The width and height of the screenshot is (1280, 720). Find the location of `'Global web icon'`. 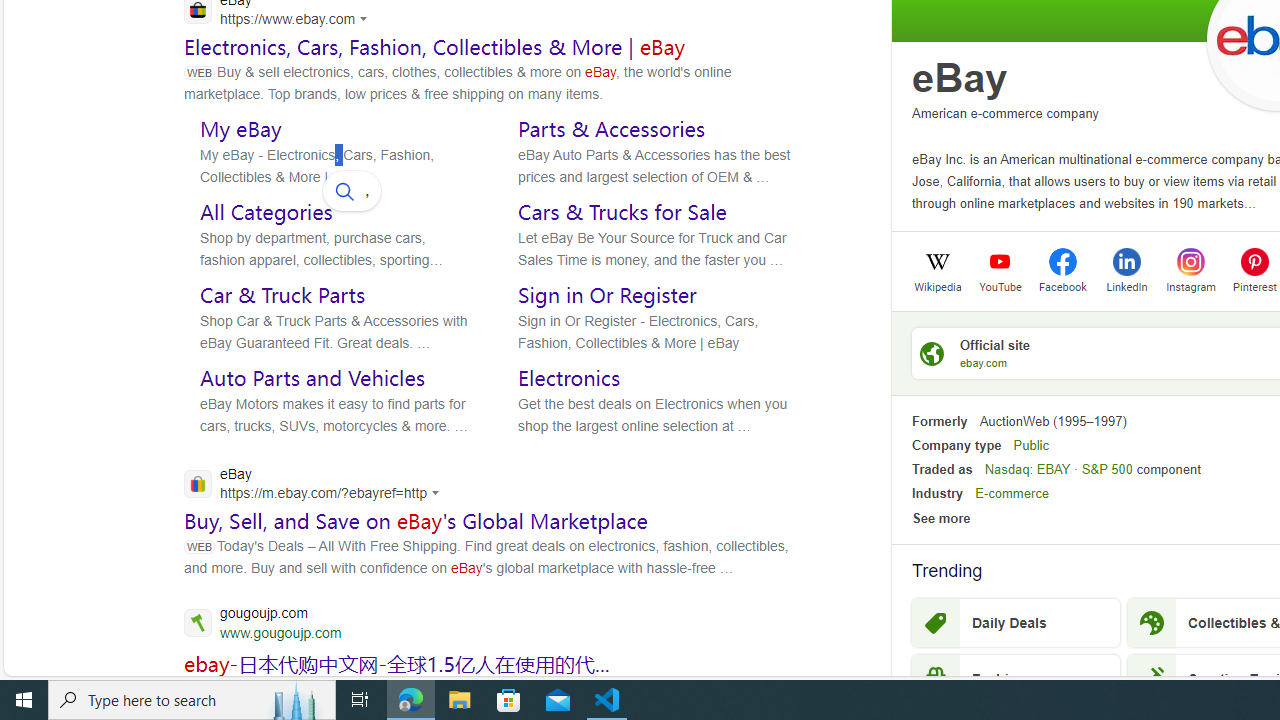

'Global web icon' is located at coordinates (197, 483).